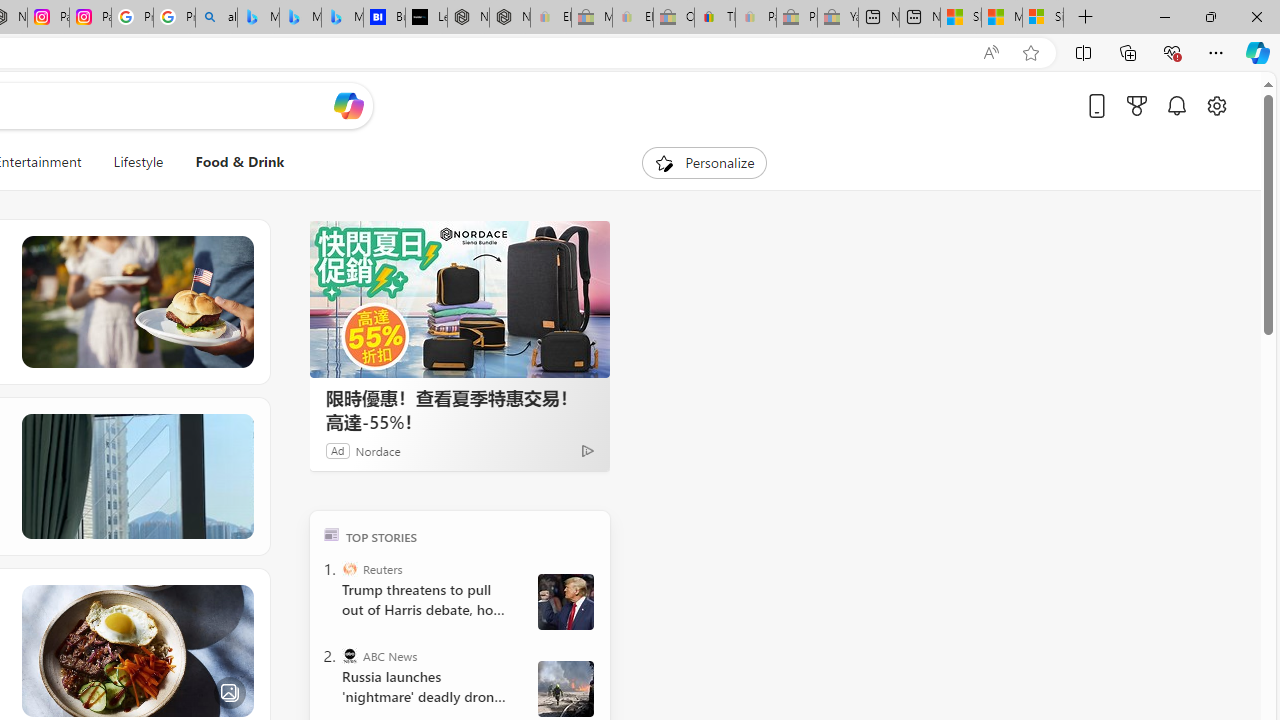  What do you see at coordinates (350, 655) in the screenshot?
I see `'ABC News'` at bounding box center [350, 655].